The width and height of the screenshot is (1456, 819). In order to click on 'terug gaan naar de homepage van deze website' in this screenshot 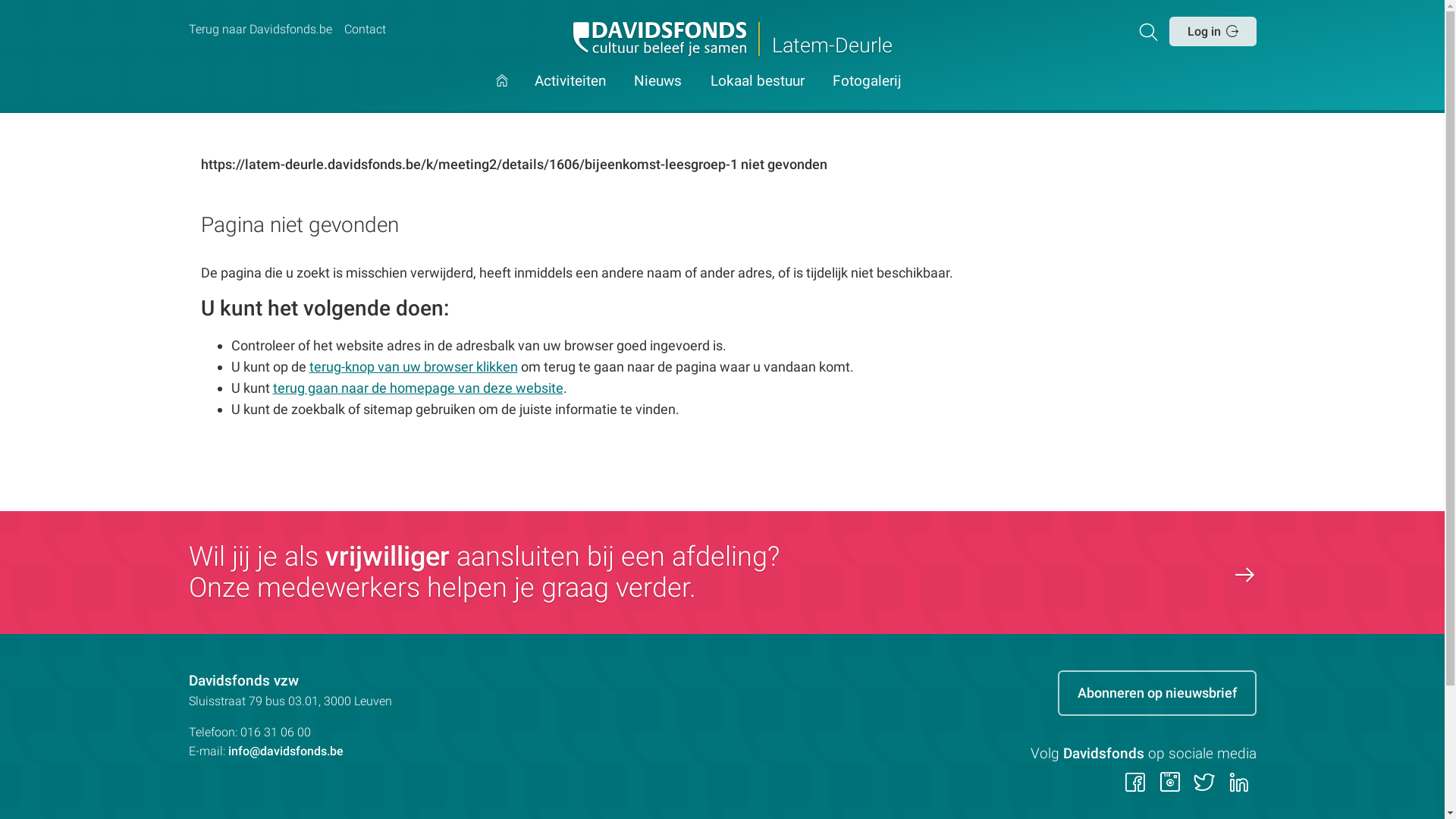, I will do `click(418, 387)`.